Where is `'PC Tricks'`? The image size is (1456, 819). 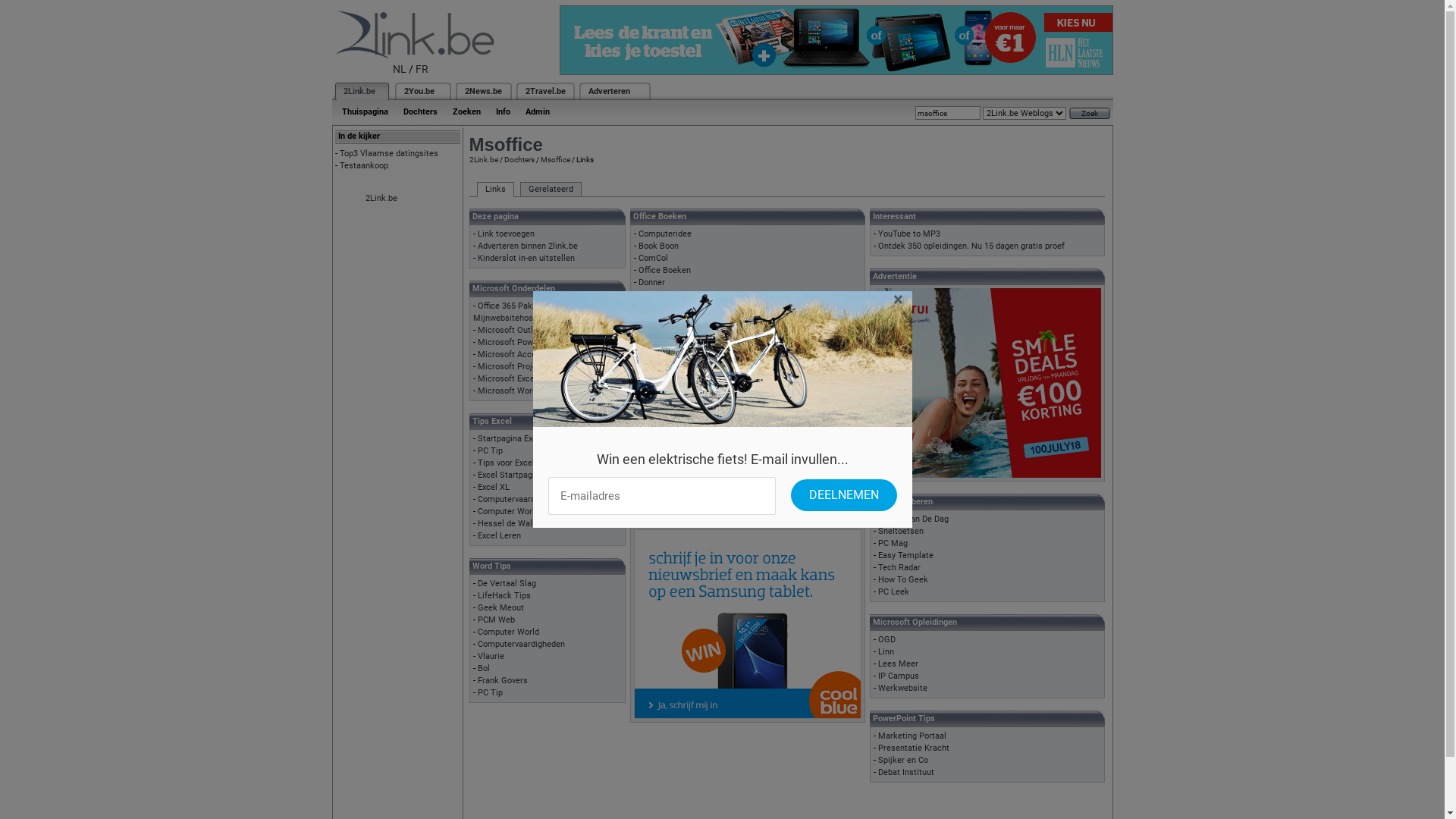
'PC Tricks' is located at coordinates (657, 378).